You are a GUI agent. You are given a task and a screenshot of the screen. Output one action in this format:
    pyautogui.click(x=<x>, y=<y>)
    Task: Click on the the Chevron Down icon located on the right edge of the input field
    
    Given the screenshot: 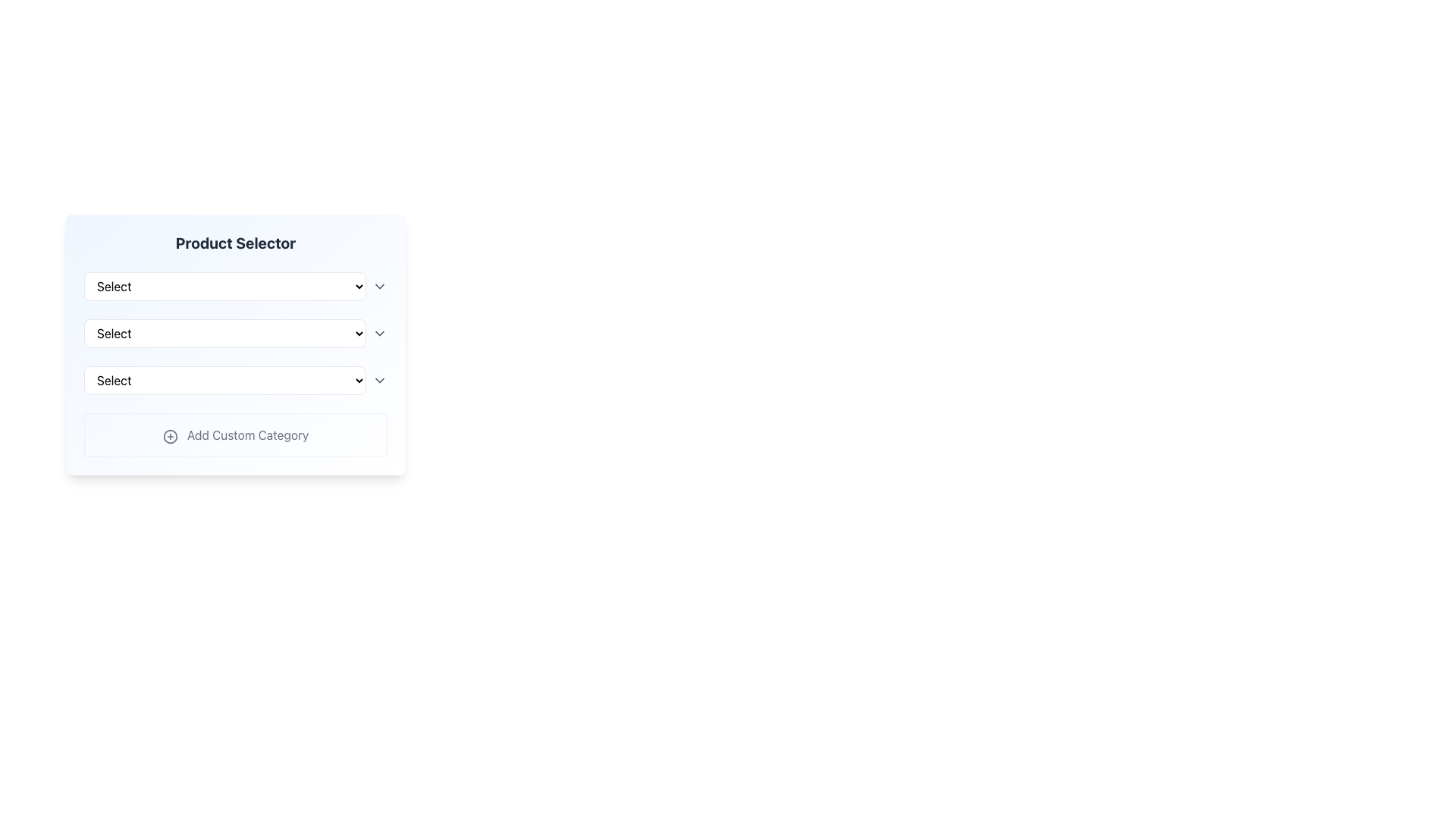 What is the action you would take?
    pyautogui.click(x=379, y=287)
    